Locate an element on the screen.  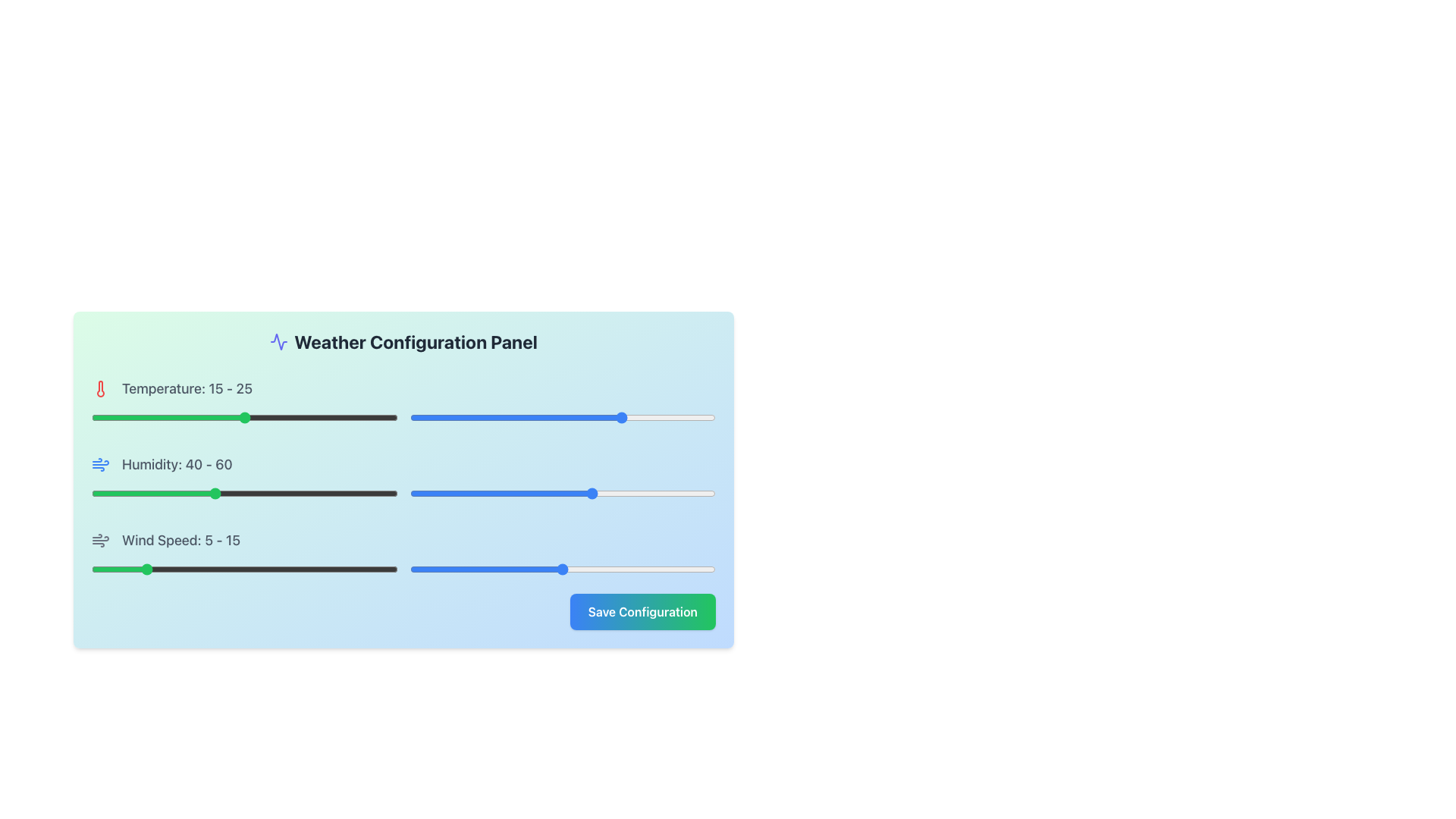
the humidity level is located at coordinates (198, 494).